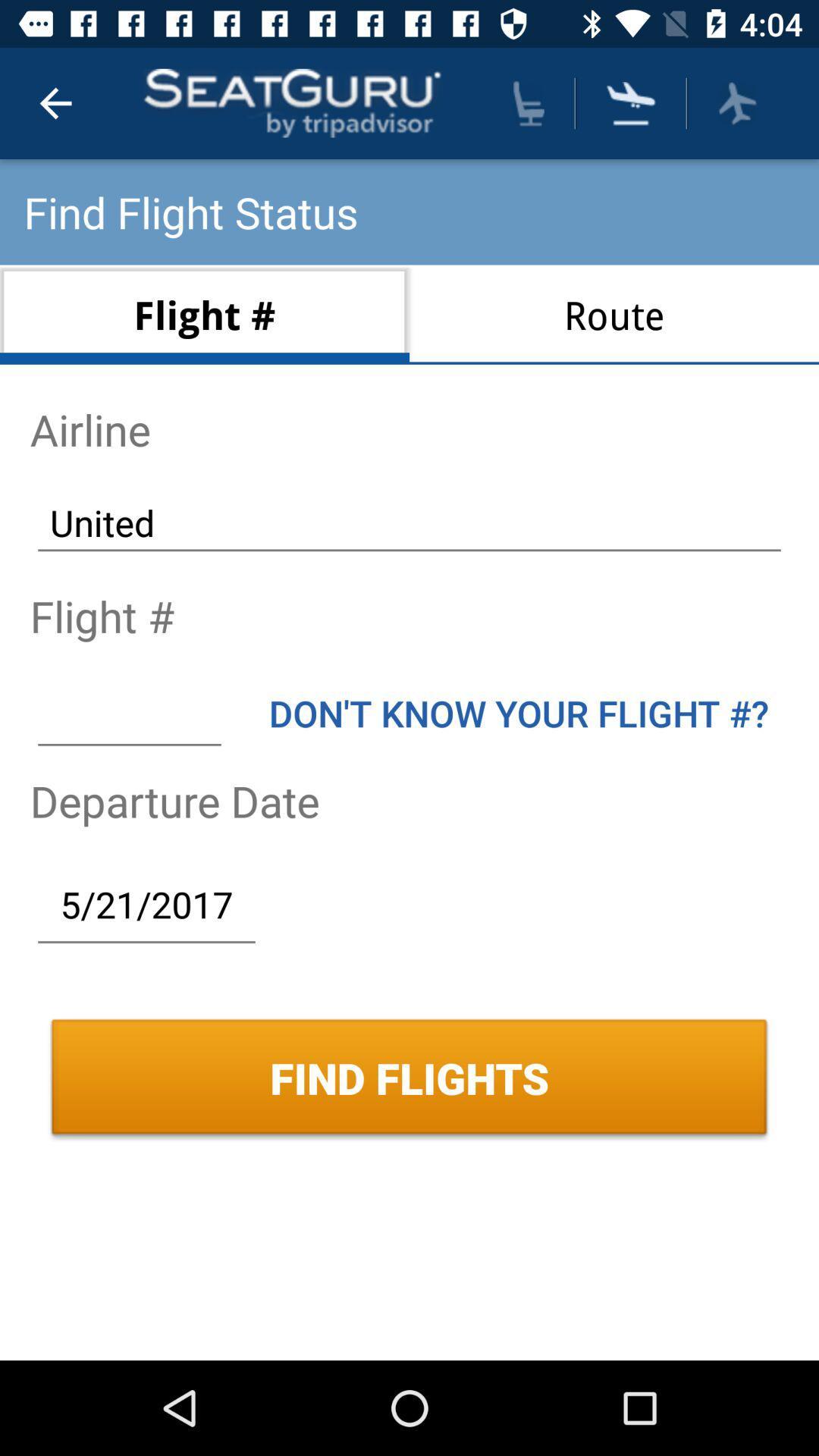 Image resolution: width=819 pixels, height=1456 pixels. I want to click on seats, so click(528, 102).